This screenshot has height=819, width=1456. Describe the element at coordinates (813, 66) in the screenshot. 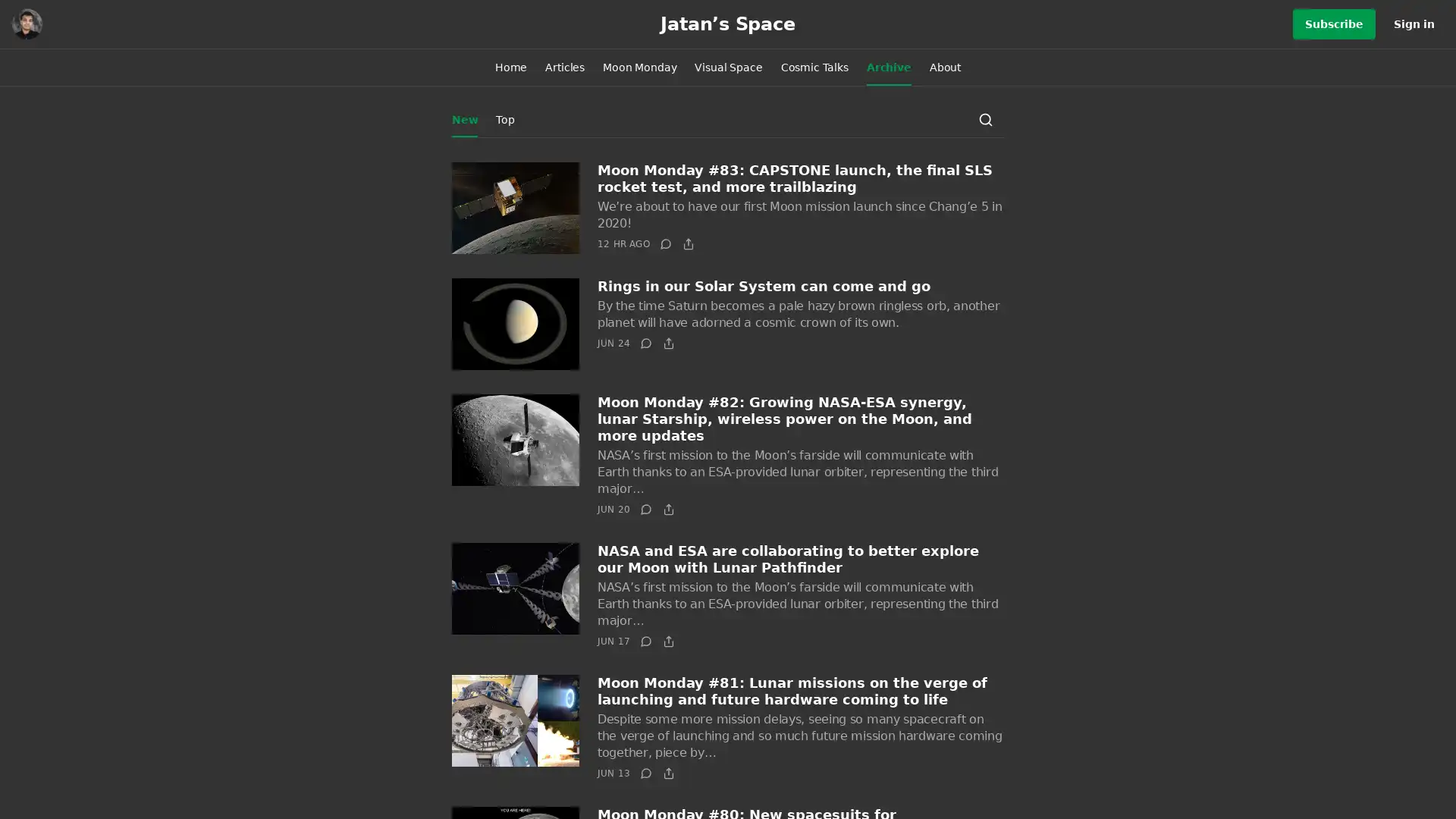

I see `Cosmic Talks` at that location.